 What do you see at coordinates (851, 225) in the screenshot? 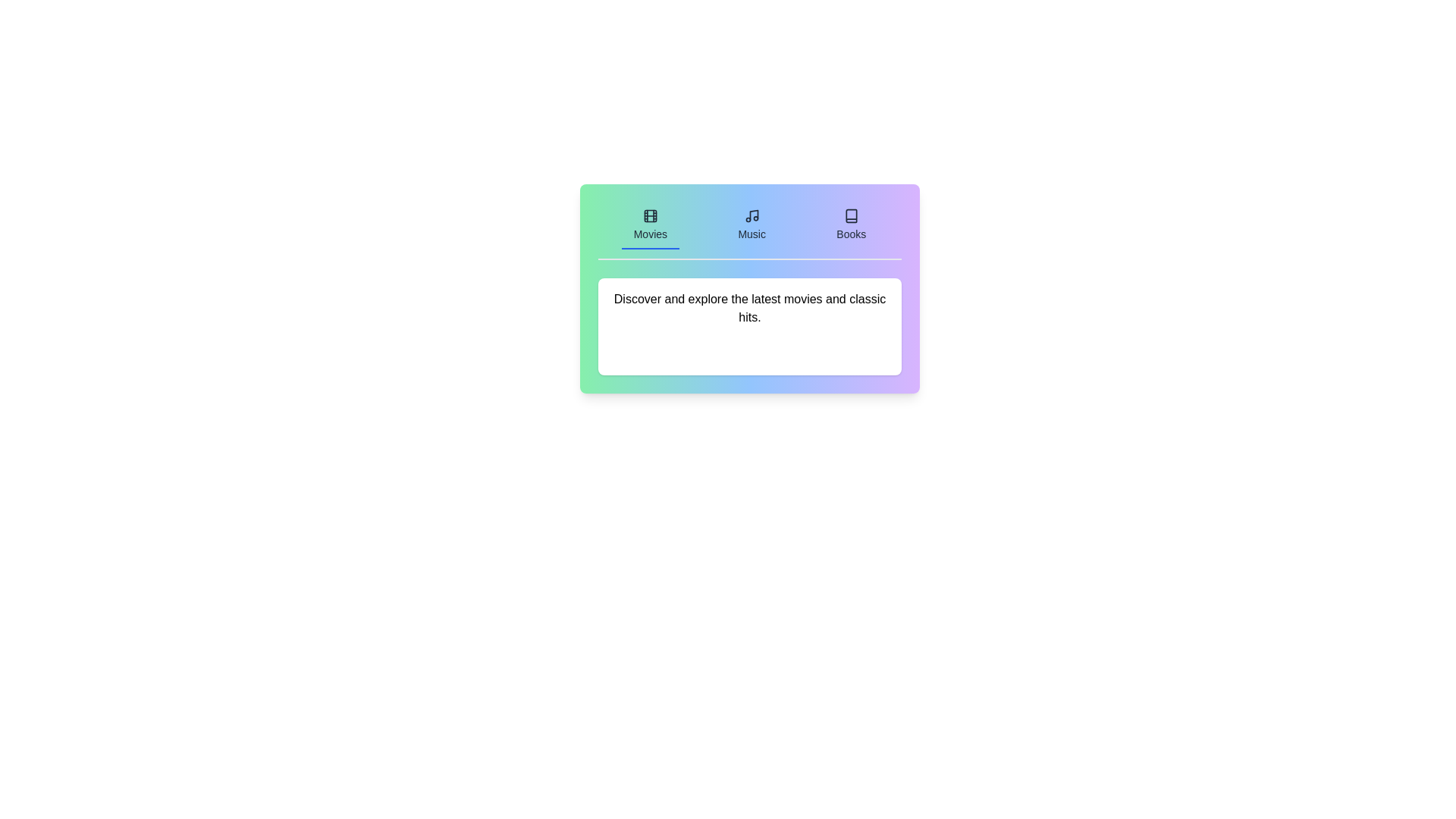
I see `the Books tab to display its content` at bounding box center [851, 225].